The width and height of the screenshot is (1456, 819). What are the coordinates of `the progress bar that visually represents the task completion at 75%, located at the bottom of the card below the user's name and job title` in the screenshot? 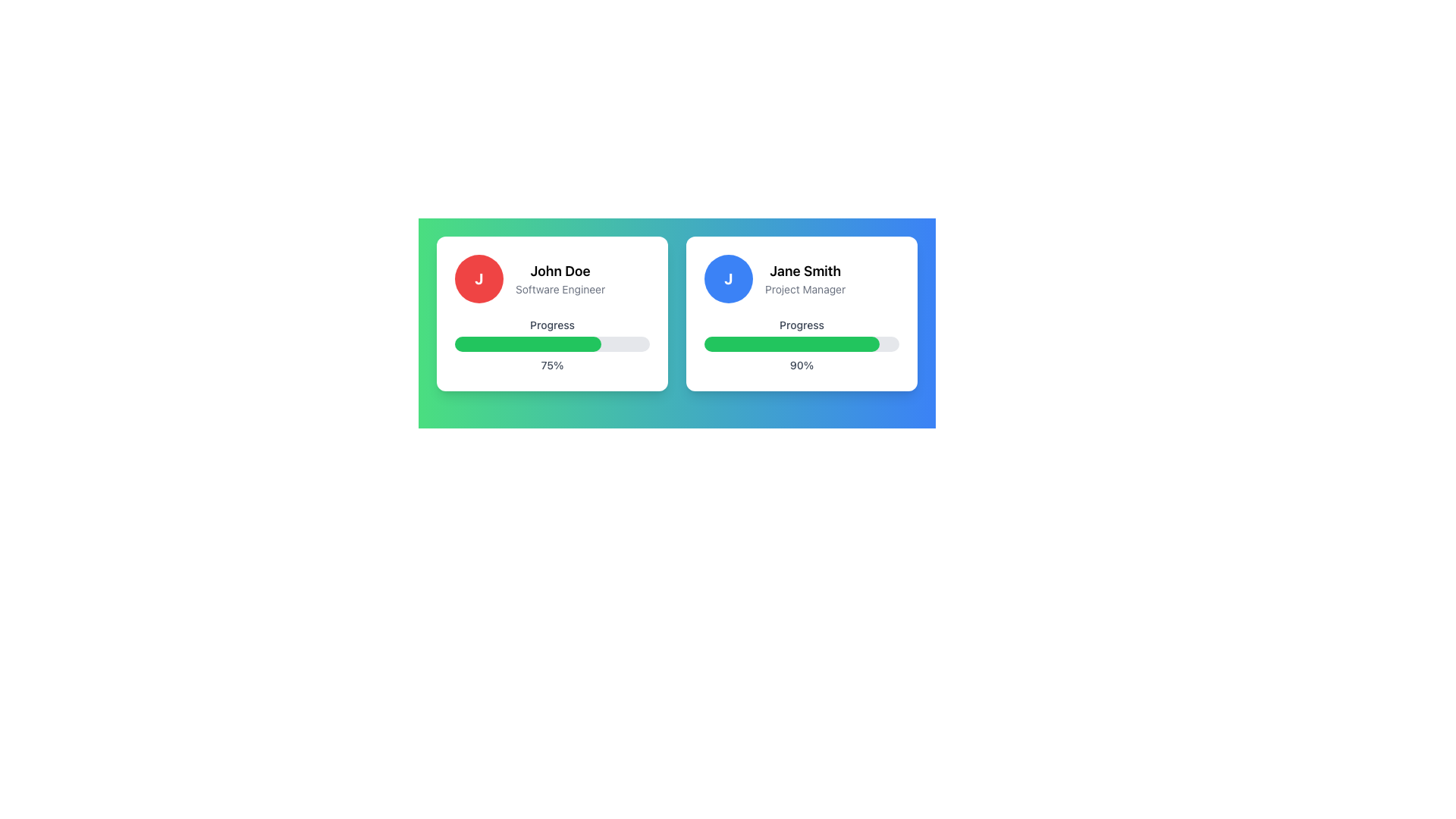 It's located at (551, 344).